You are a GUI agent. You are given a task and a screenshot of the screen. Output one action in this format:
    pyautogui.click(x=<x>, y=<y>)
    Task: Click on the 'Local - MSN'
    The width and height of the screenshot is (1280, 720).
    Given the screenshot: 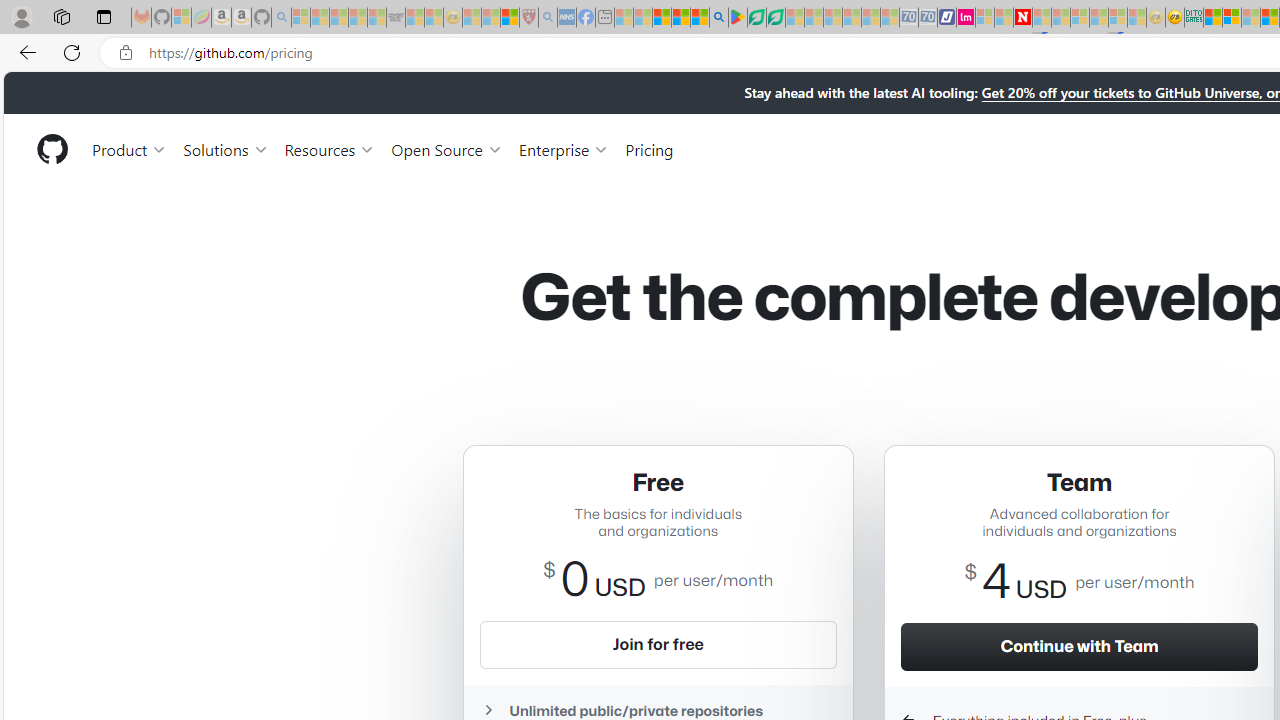 What is the action you would take?
    pyautogui.click(x=509, y=17)
    